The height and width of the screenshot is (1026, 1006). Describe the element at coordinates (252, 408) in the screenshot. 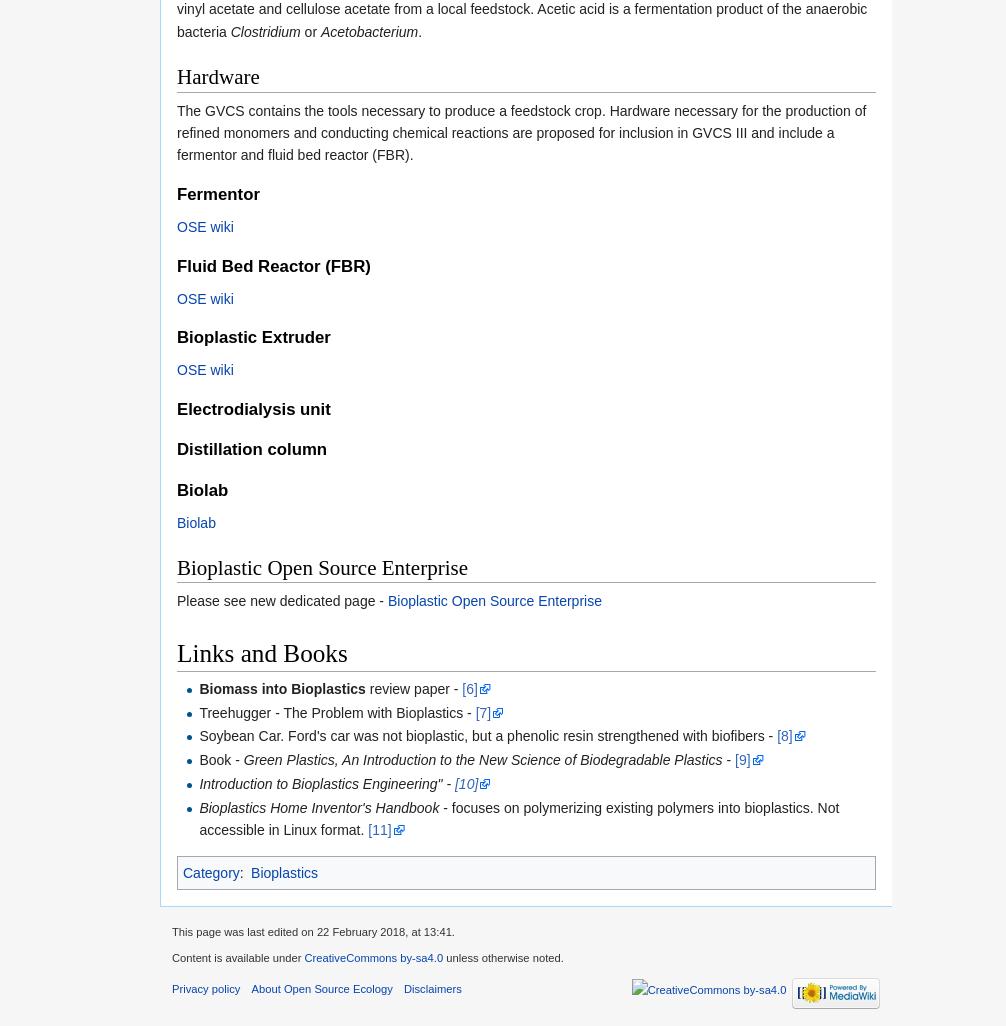

I see `'Electrodialysis unit'` at that location.